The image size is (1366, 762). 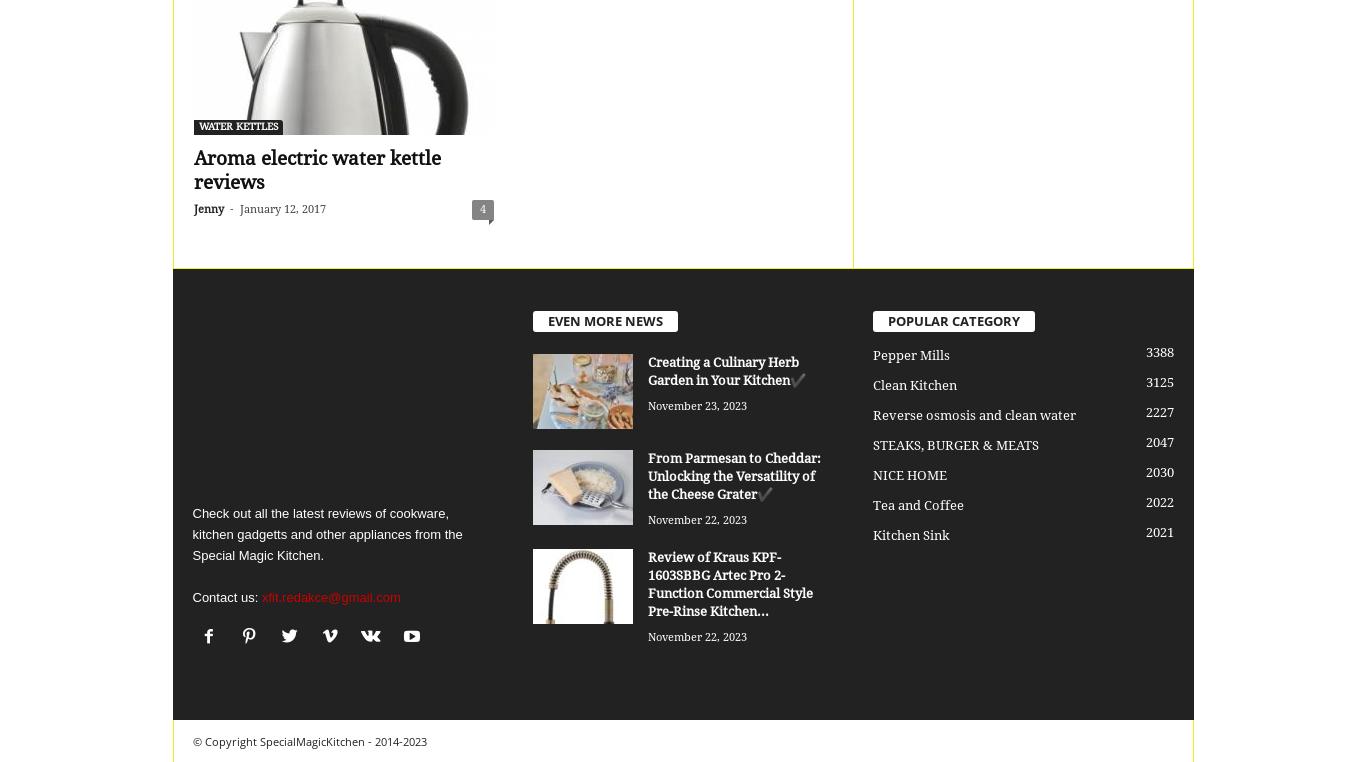 I want to click on 'POPULAR CATEGORY', so click(x=953, y=321).